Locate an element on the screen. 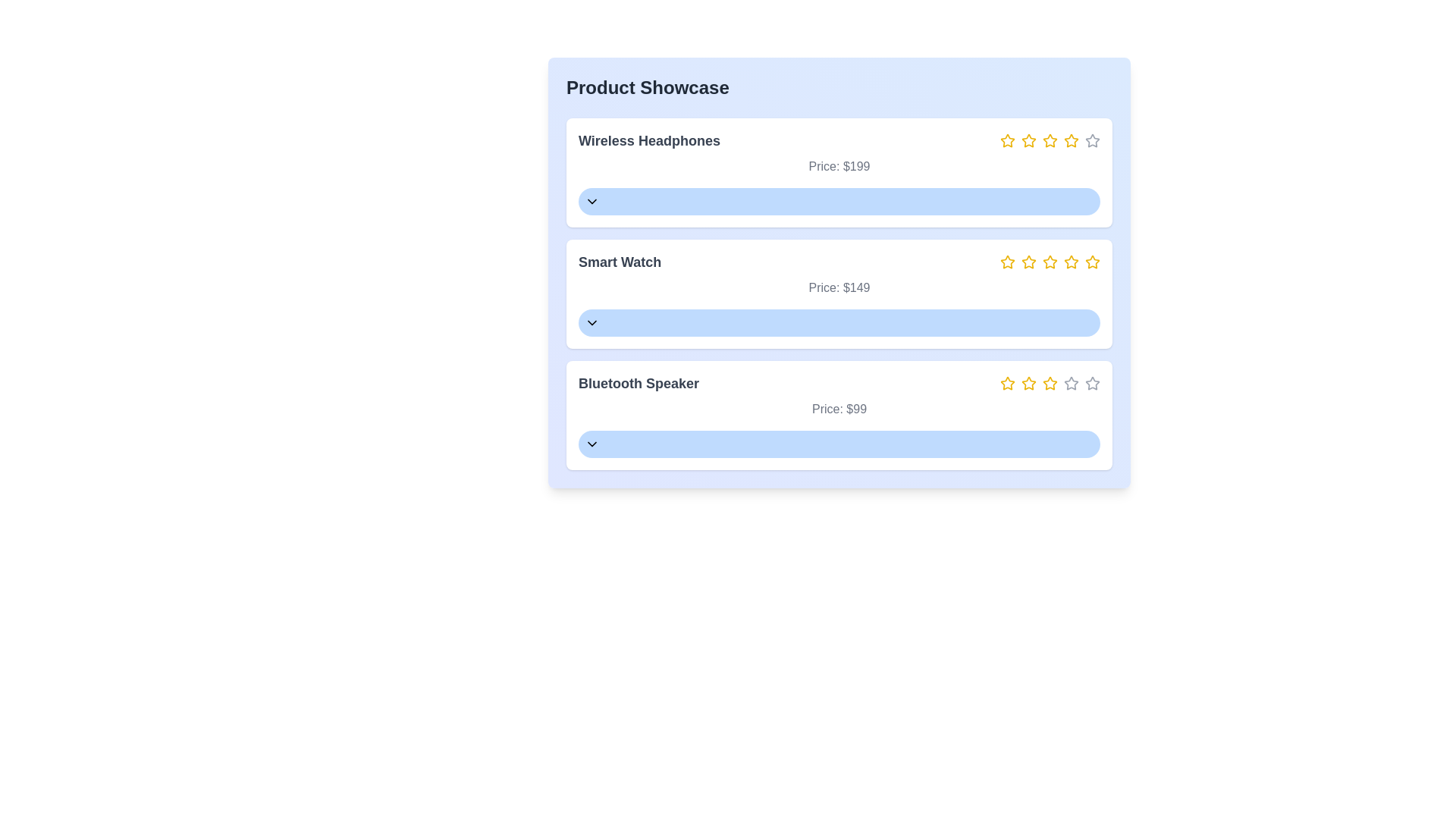  the fifth star icon in the rating section of the 'Wireless Headphones' product card to rate it is located at coordinates (1092, 140).